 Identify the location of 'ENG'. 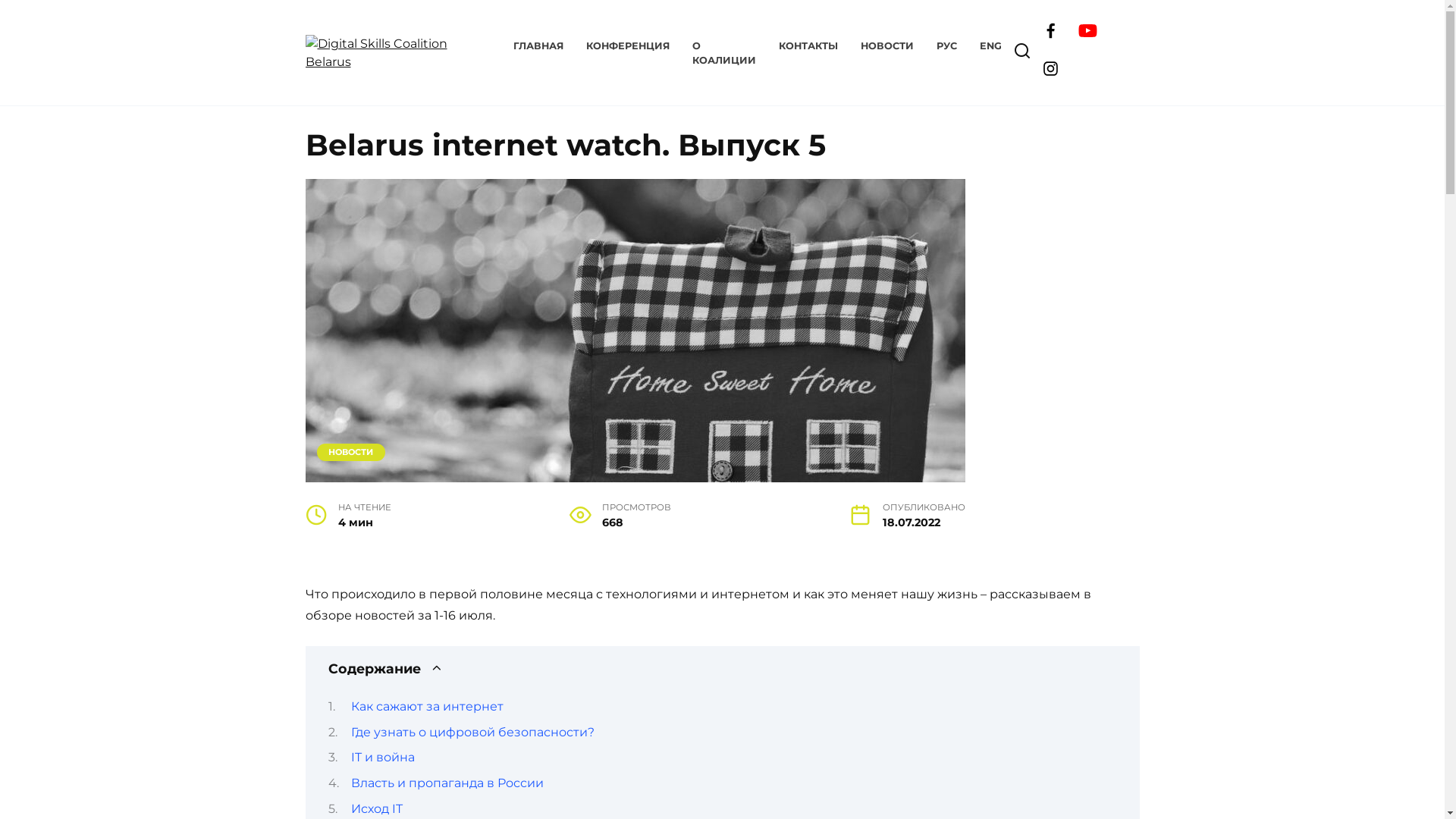
(990, 45).